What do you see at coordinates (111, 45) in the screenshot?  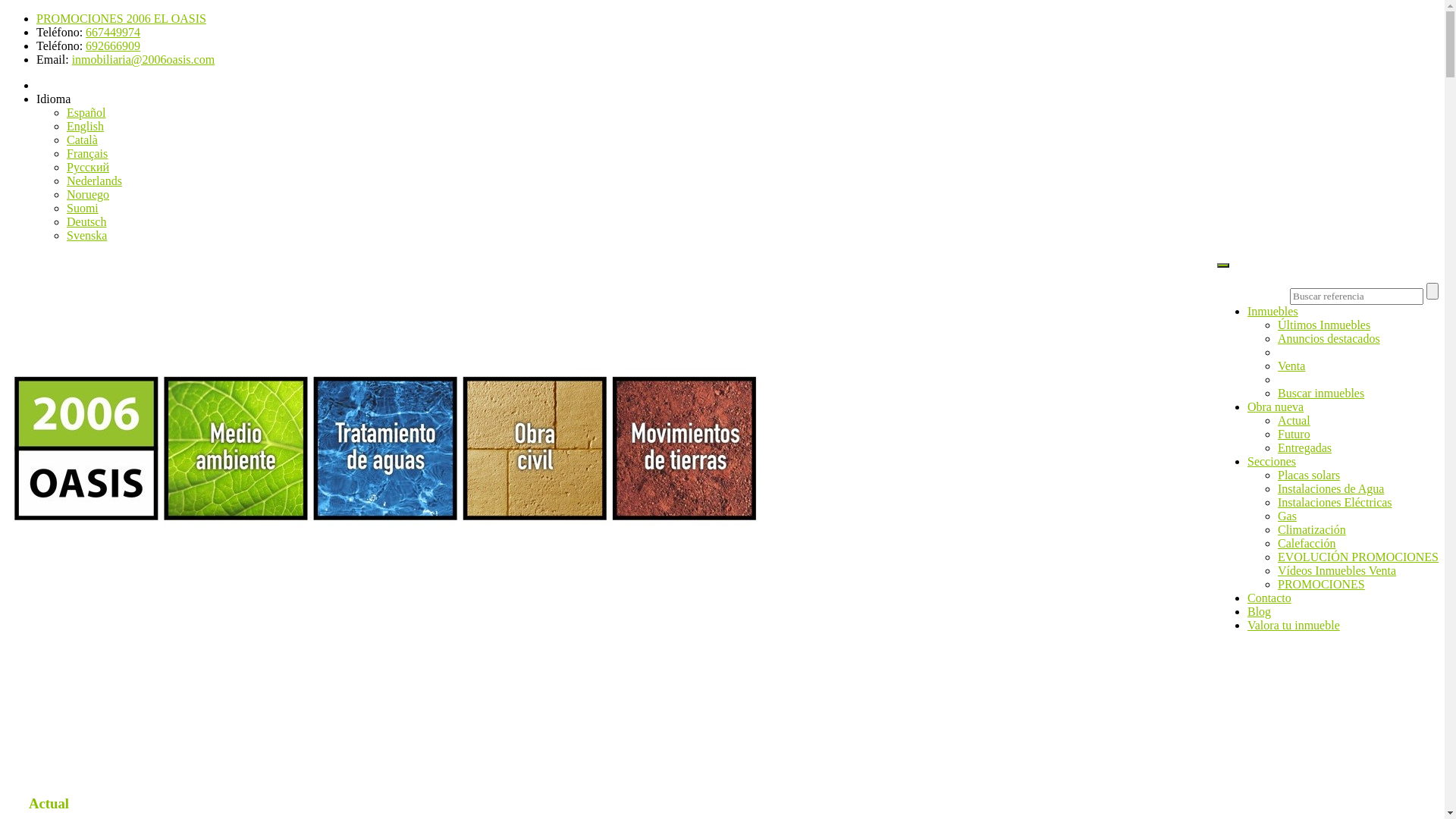 I see `'692666909'` at bounding box center [111, 45].